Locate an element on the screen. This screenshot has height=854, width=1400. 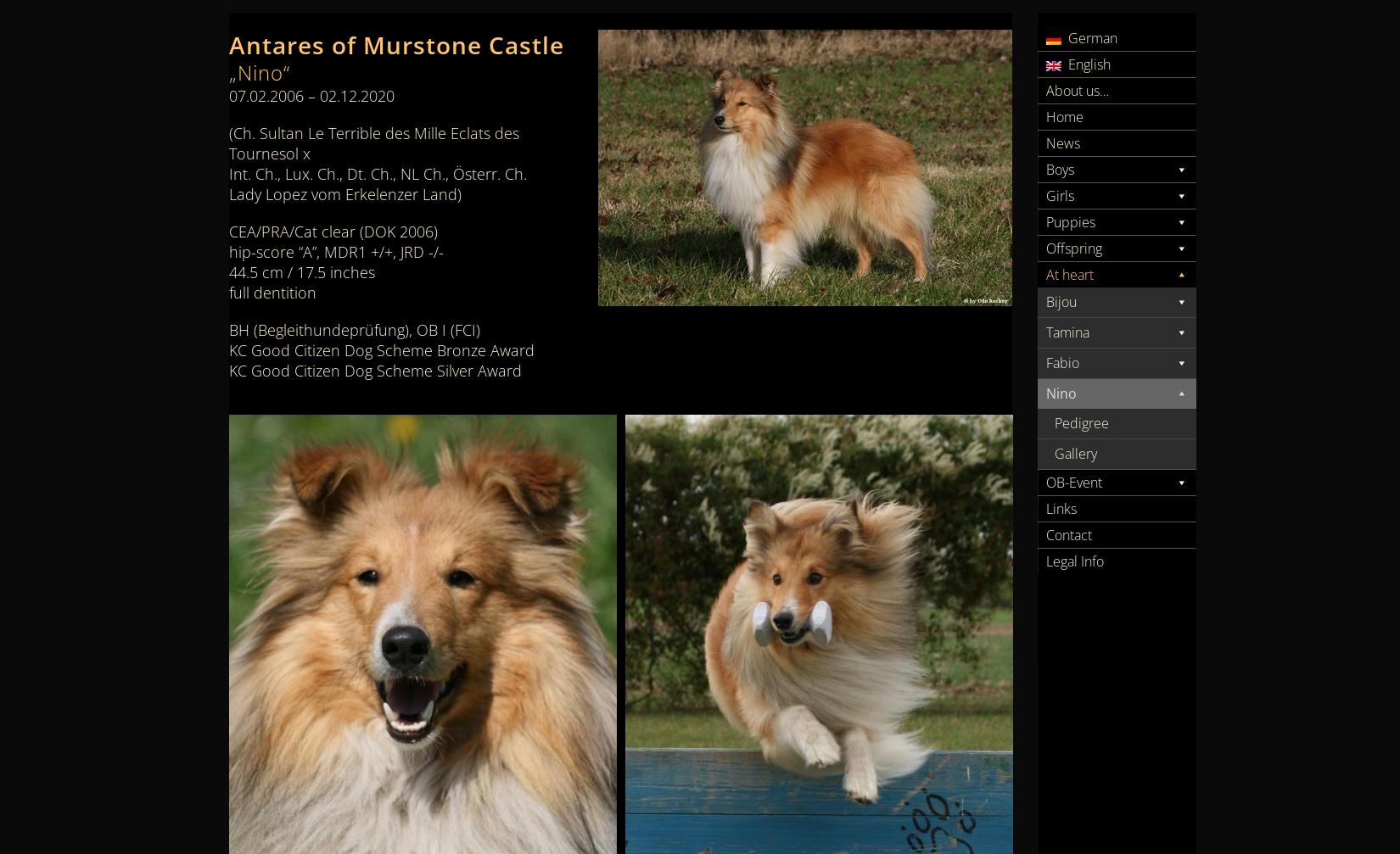
'KC Good Citizen Dog Scheme Bronze Award' is located at coordinates (380, 349).